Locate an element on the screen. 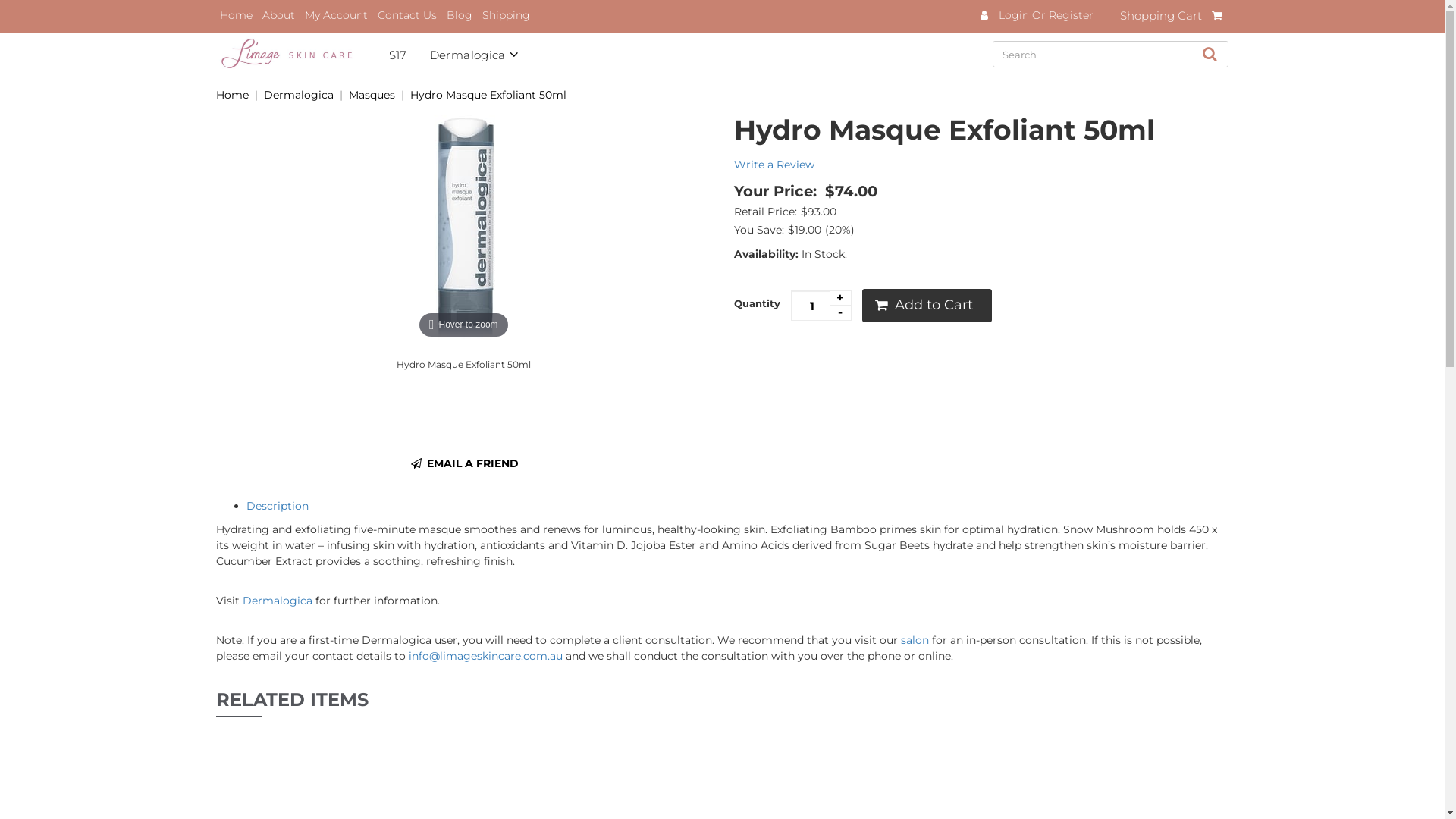  'Shopping Cart' is located at coordinates (1173, 17).